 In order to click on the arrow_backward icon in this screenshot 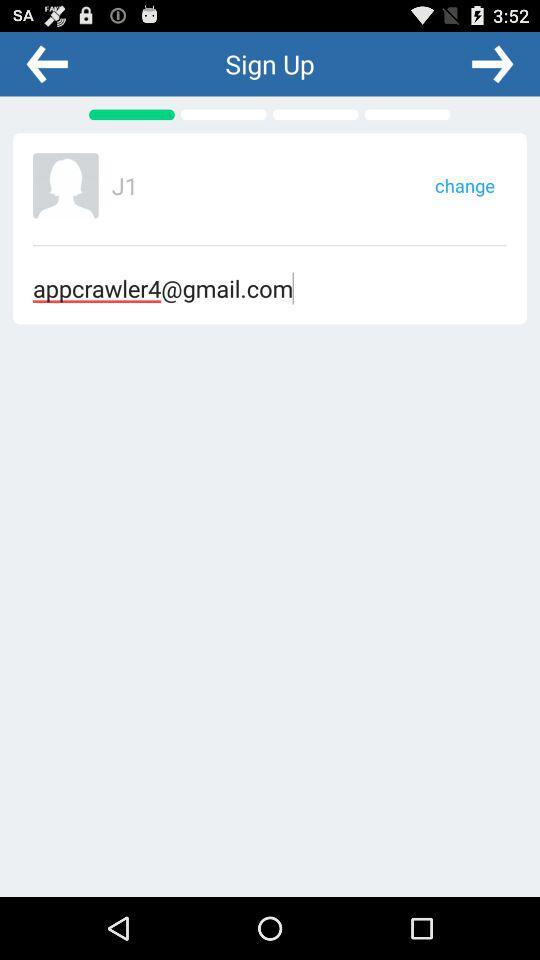, I will do `click(47, 68)`.